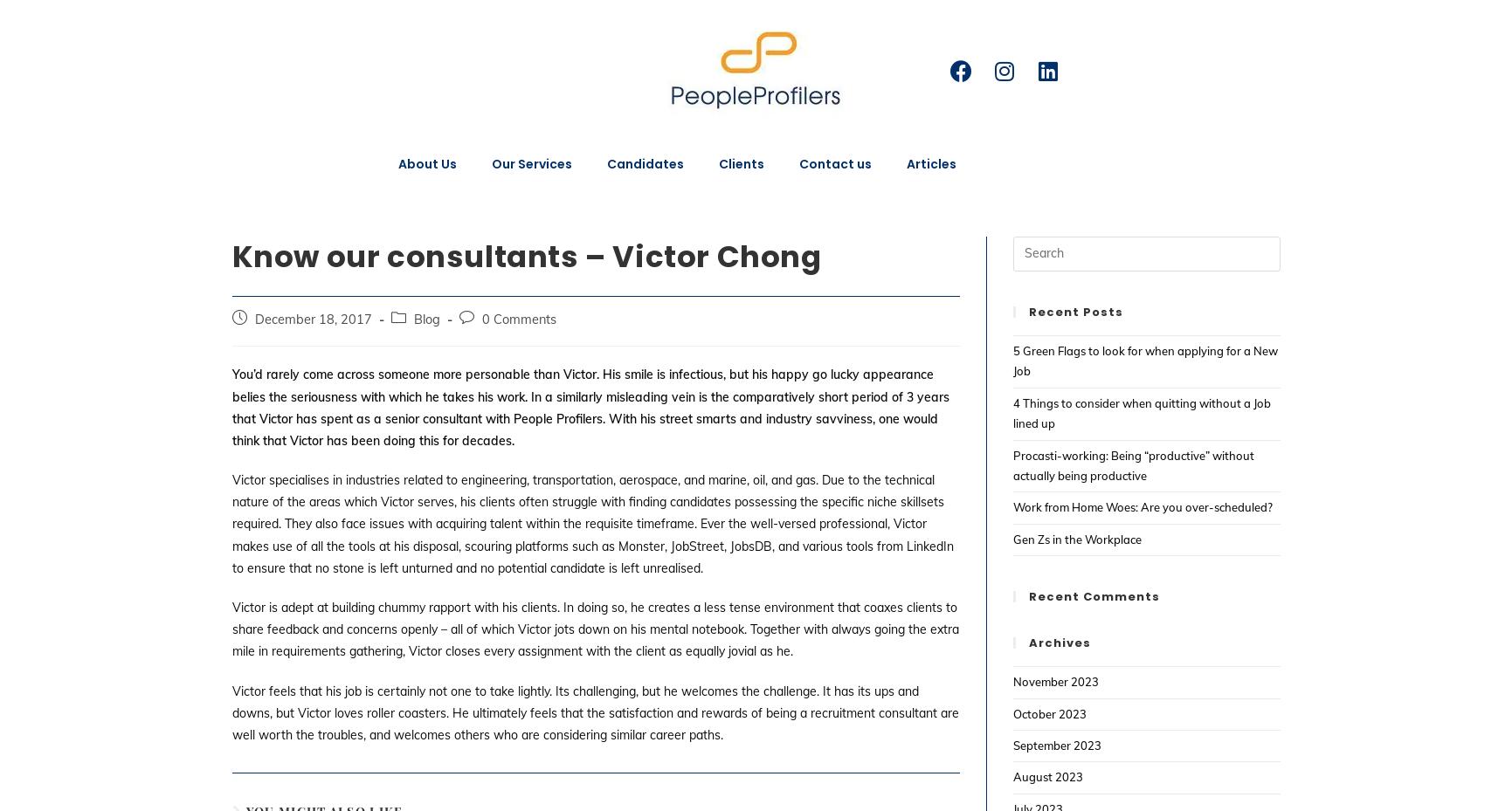 The image size is (1512, 811). What do you see at coordinates (1055, 681) in the screenshot?
I see `'November 2023'` at bounding box center [1055, 681].